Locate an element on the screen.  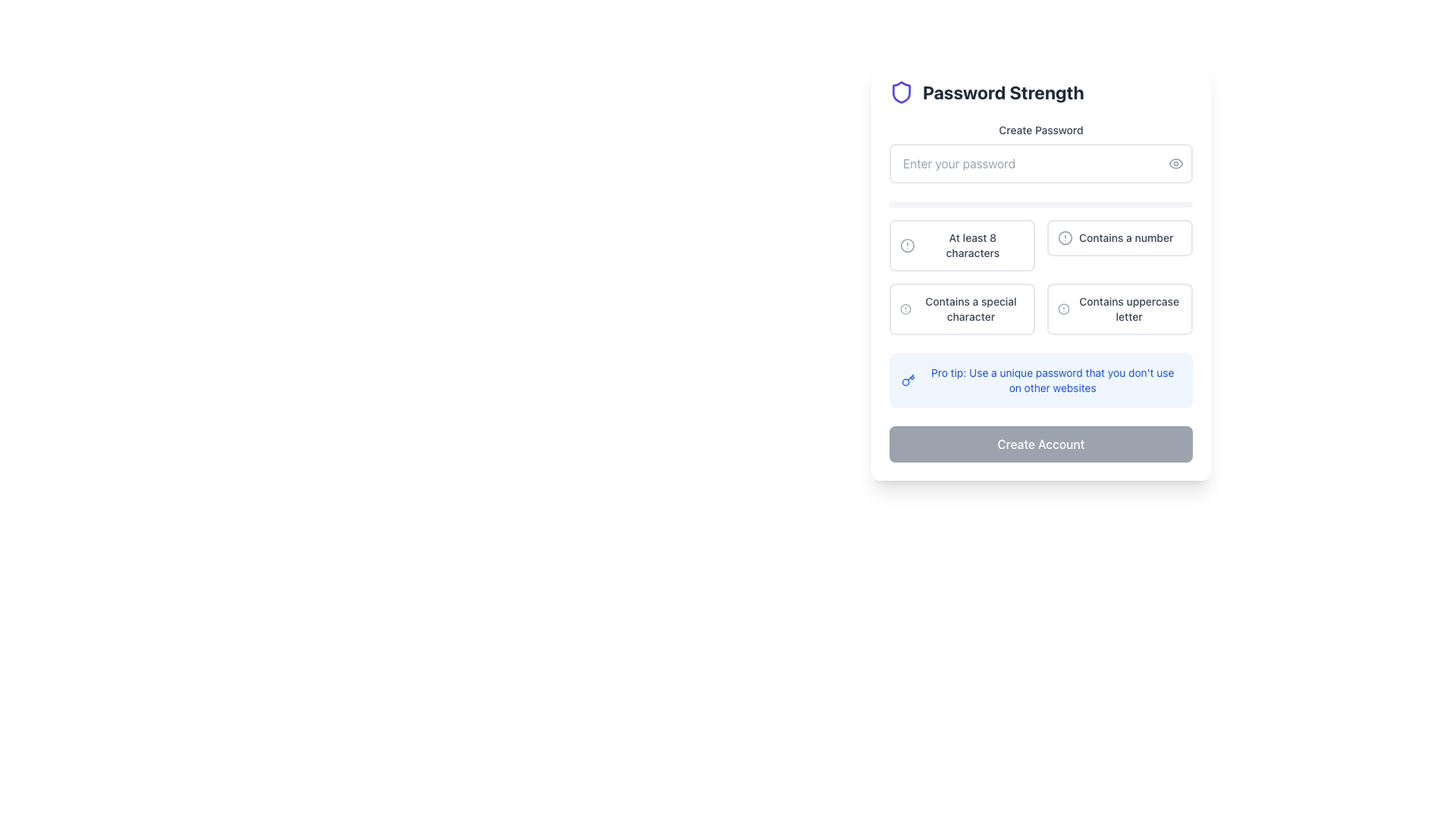
the checklist item label indicating that the password must include at least one numerical digit, which is positioned to the right of an icon in the UI is located at coordinates (1126, 237).